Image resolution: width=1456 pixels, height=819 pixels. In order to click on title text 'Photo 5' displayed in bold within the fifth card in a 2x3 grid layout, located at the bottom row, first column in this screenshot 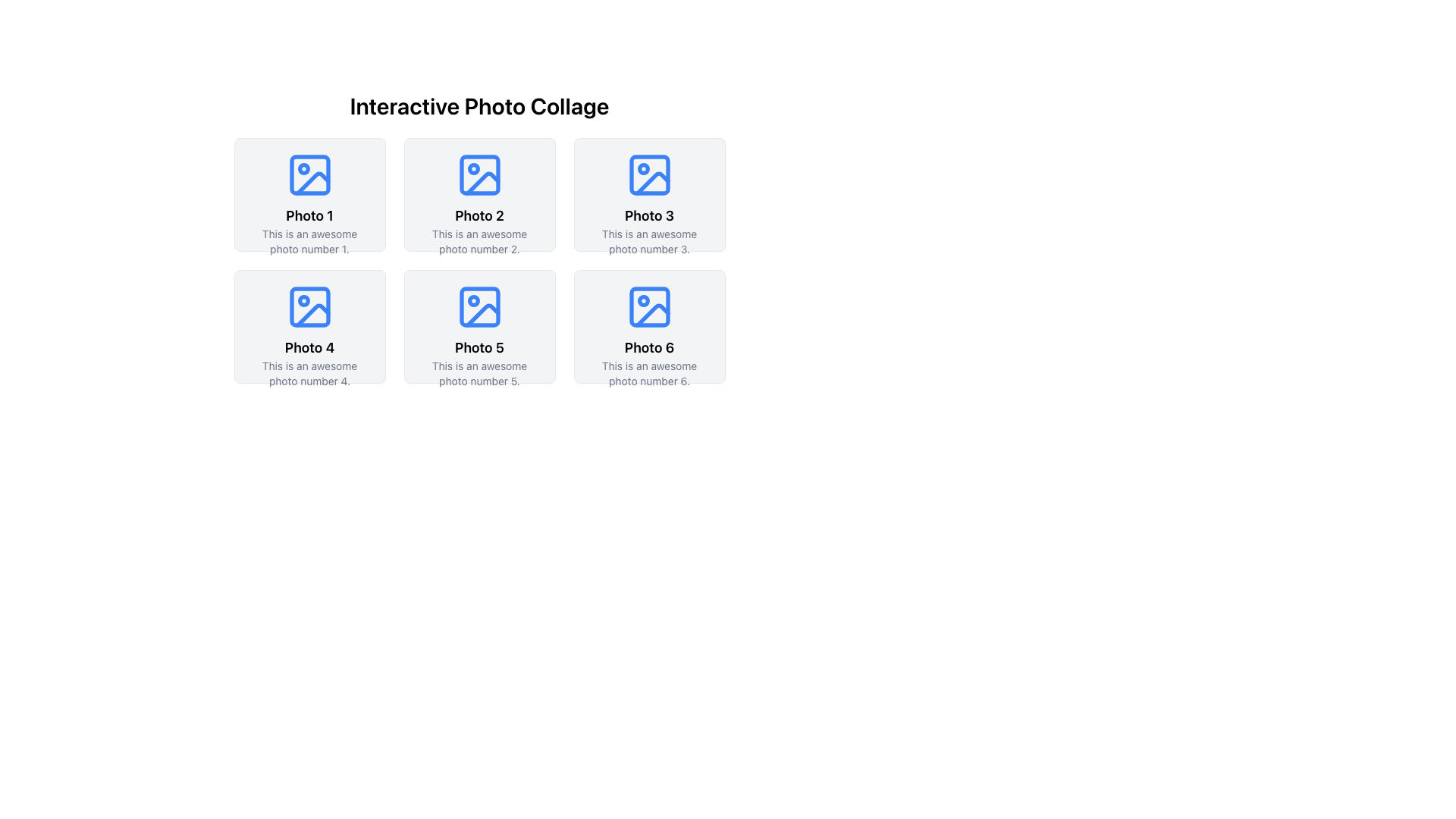, I will do `click(479, 348)`.